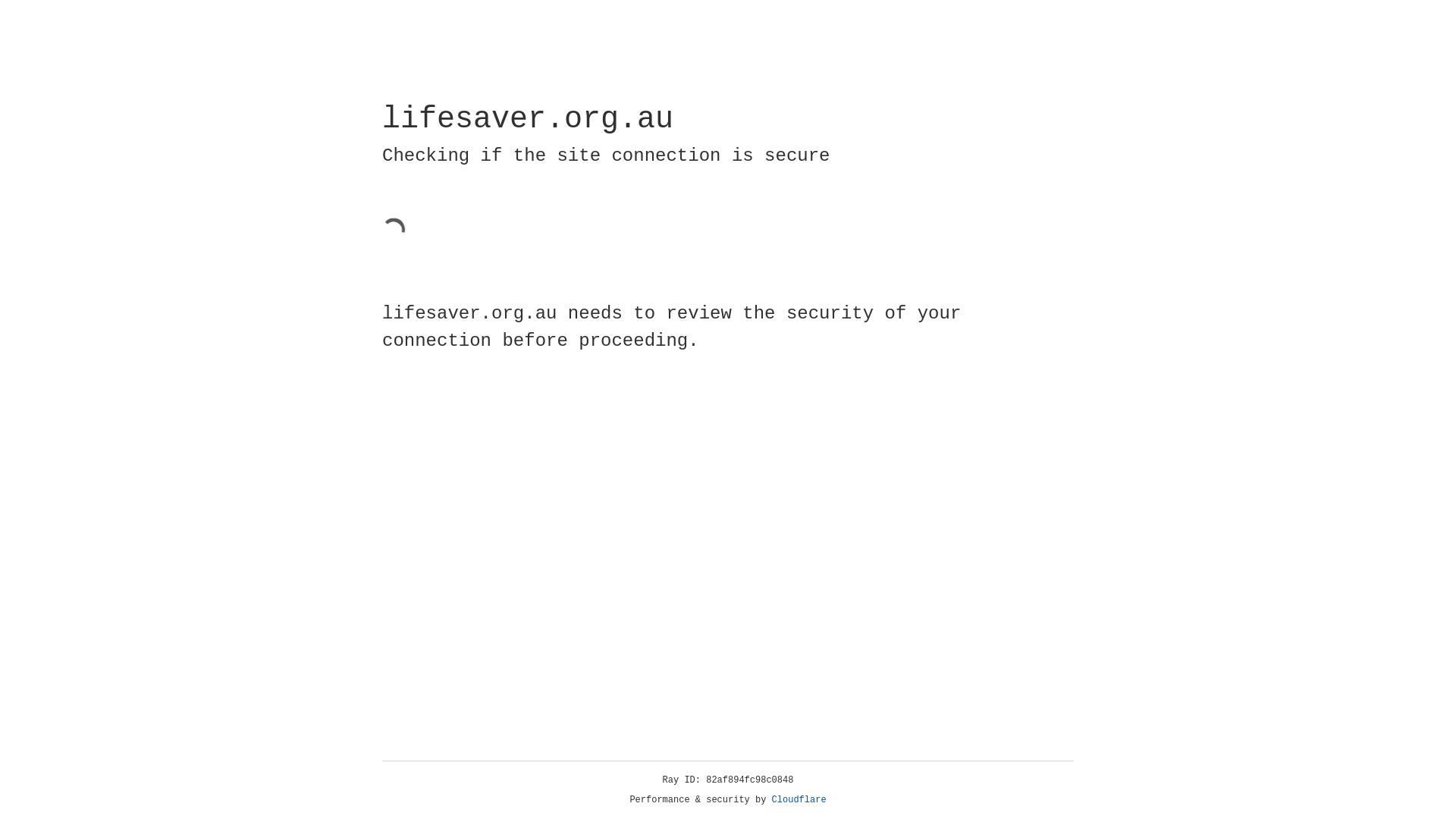 The image size is (1456, 819). What do you see at coordinates (799, 799) in the screenshot?
I see `'Cloudflare'` at bounding box center [799, 799].